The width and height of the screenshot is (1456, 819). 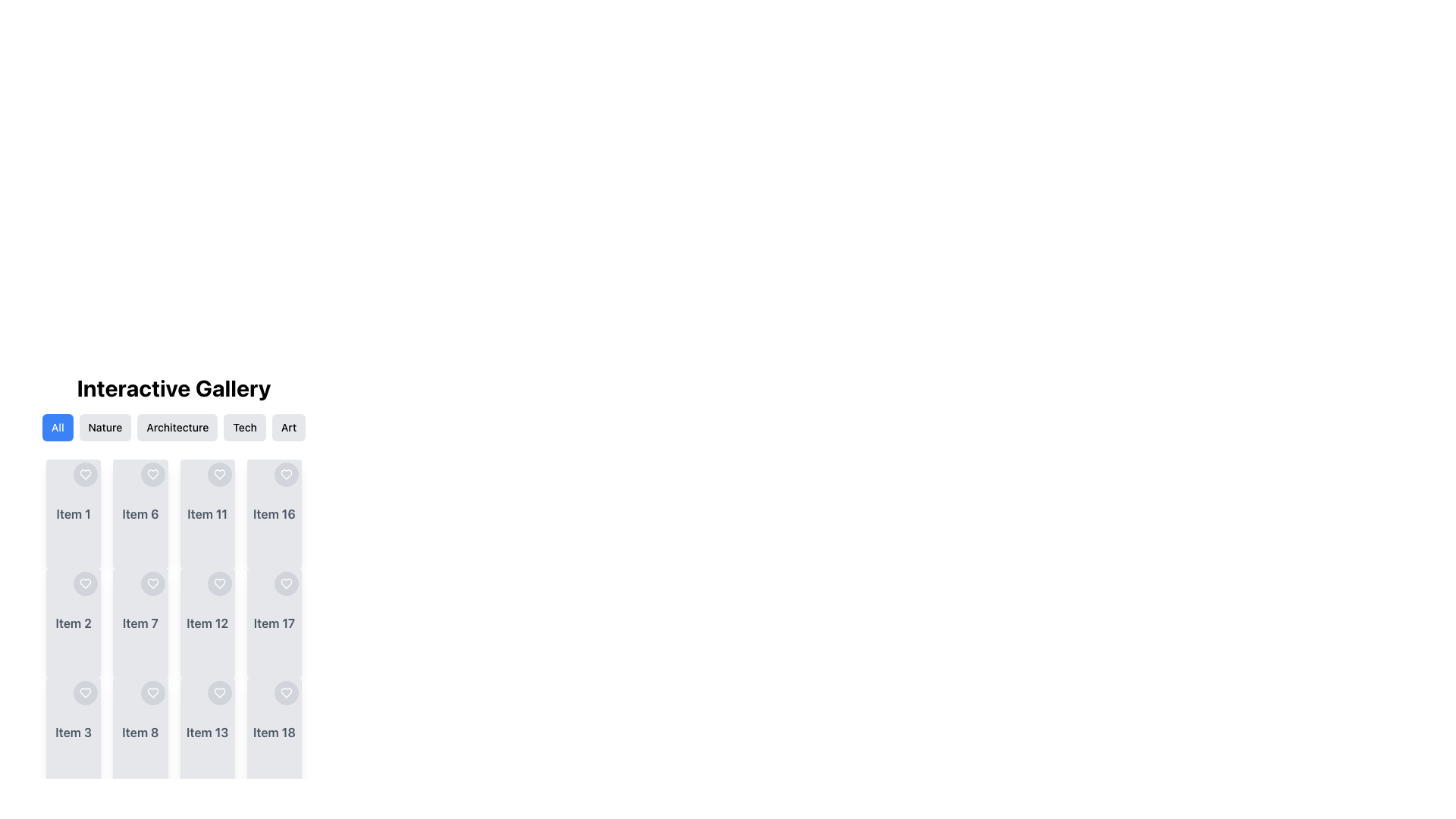 I want to click on the heart-shaped icon located inside the circular button in the fourth column of the grid layout associated with 'Item 18', so click(x=287, y=693).